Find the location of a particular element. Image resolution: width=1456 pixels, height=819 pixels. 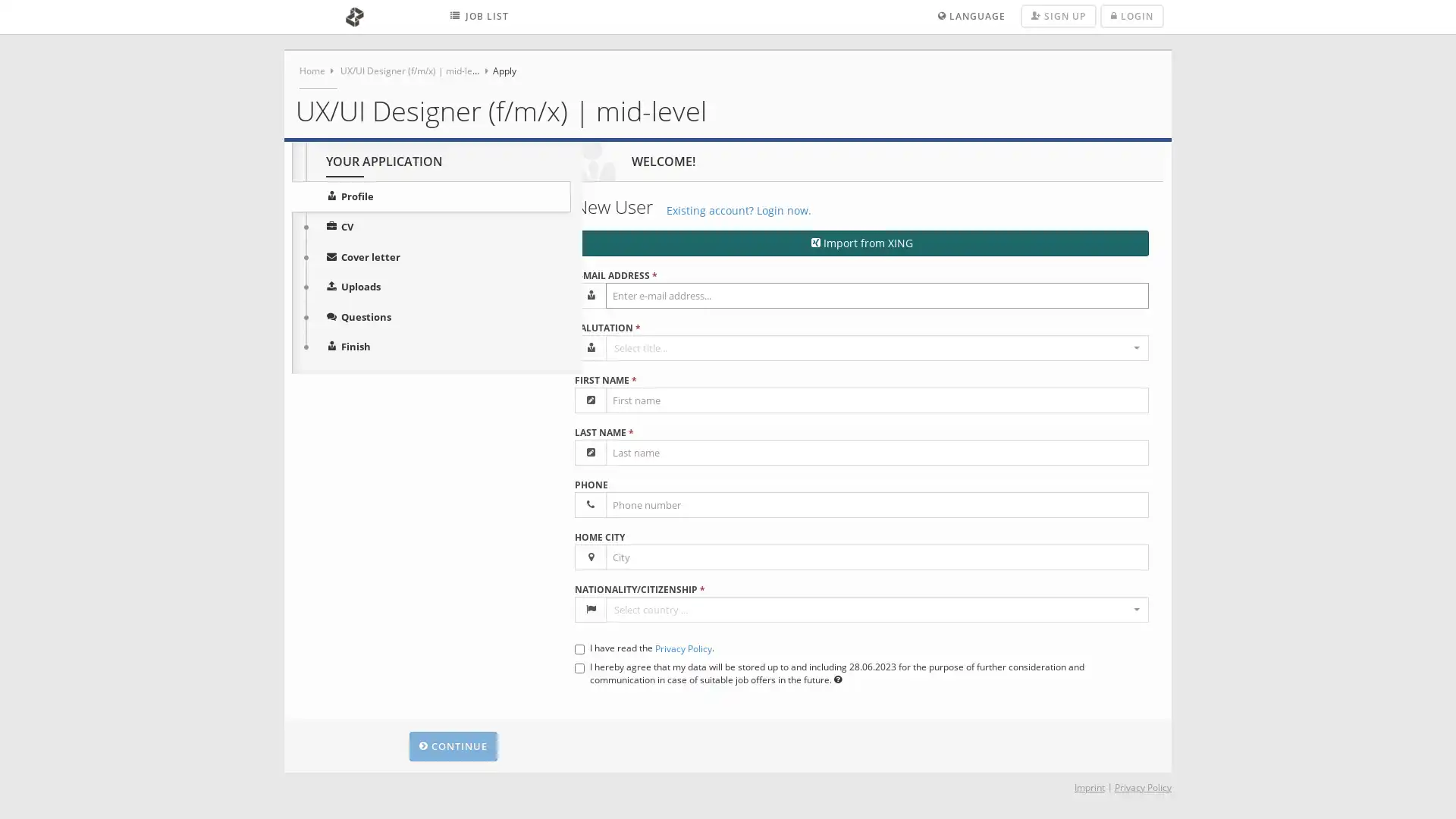

SIGN UP is located at coordinates (1058, 16).